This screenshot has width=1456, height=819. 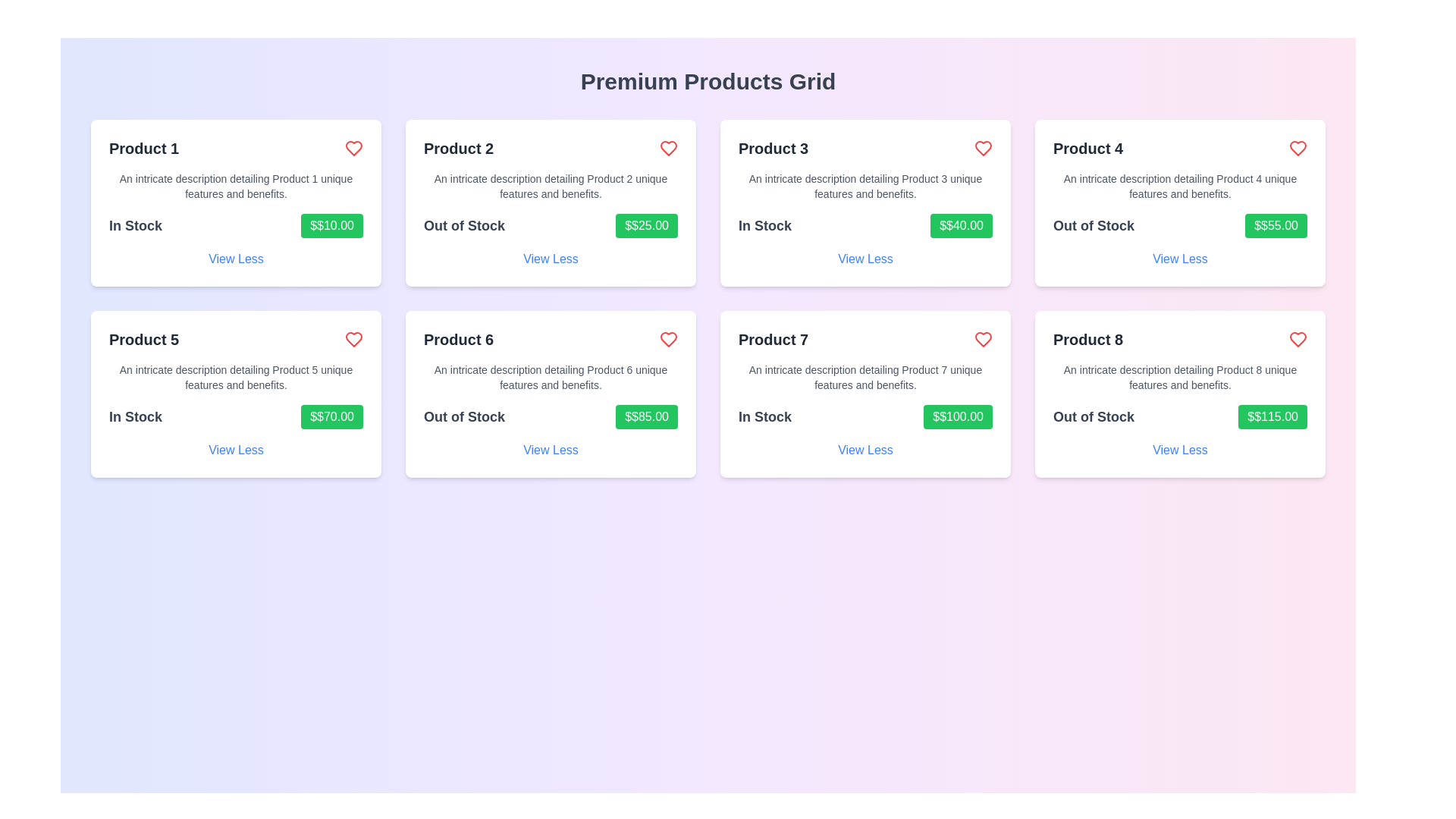 I want to click on the availability status text label located in the upper-right quadrant of the interface, specifically within the fourth product card labeled 'Product 4', positioned above the price label ($55.00) and below the brief description, so click(x=1094, y=225).